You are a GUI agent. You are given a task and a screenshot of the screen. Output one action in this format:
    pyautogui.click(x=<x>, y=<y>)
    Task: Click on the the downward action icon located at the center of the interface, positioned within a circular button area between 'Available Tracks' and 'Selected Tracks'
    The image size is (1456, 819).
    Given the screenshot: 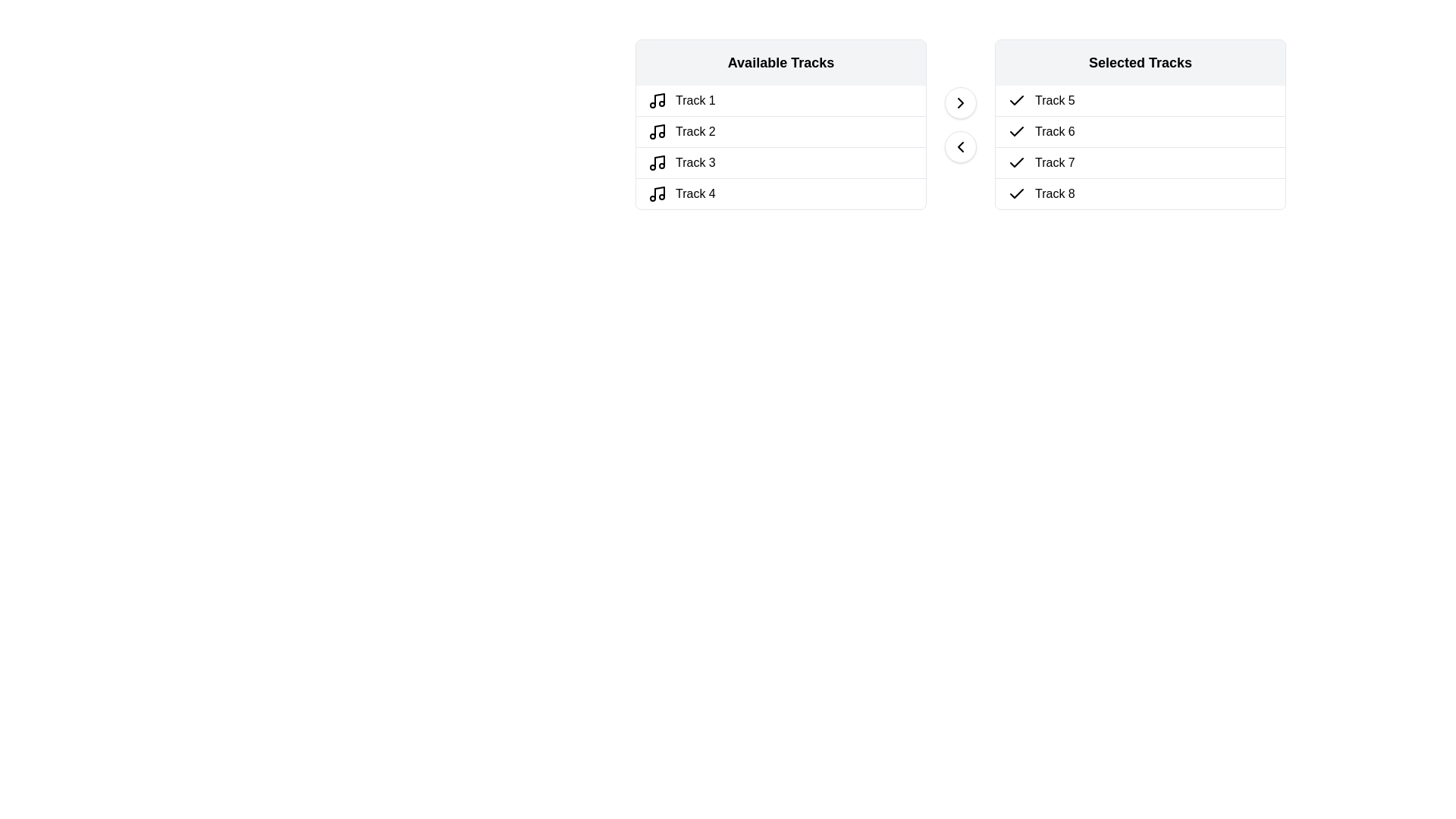 What is the action you would take?
    pyautogui.click(x=960, y=146)
    